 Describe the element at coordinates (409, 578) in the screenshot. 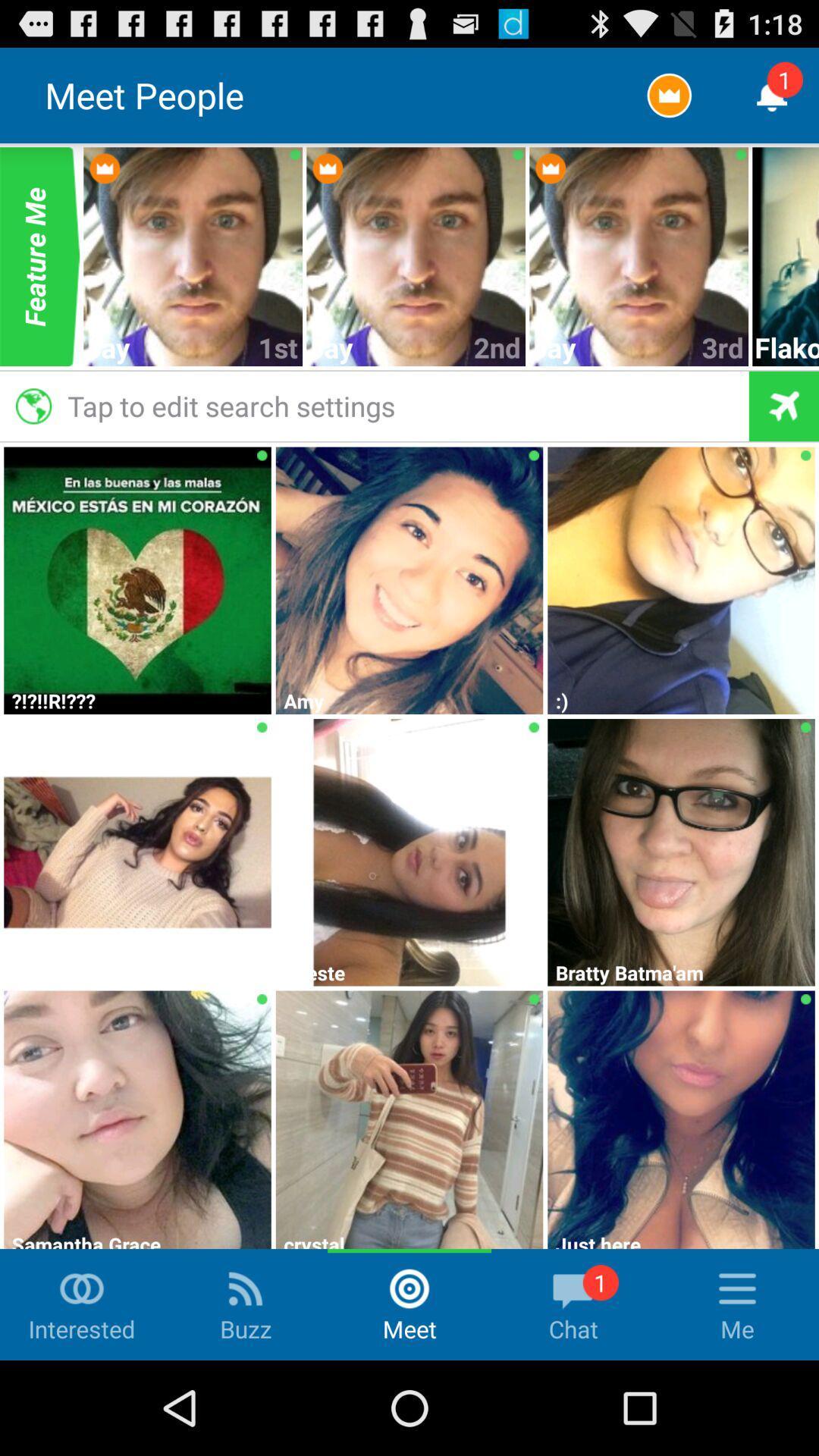

I see `the image second column second image` at that location.